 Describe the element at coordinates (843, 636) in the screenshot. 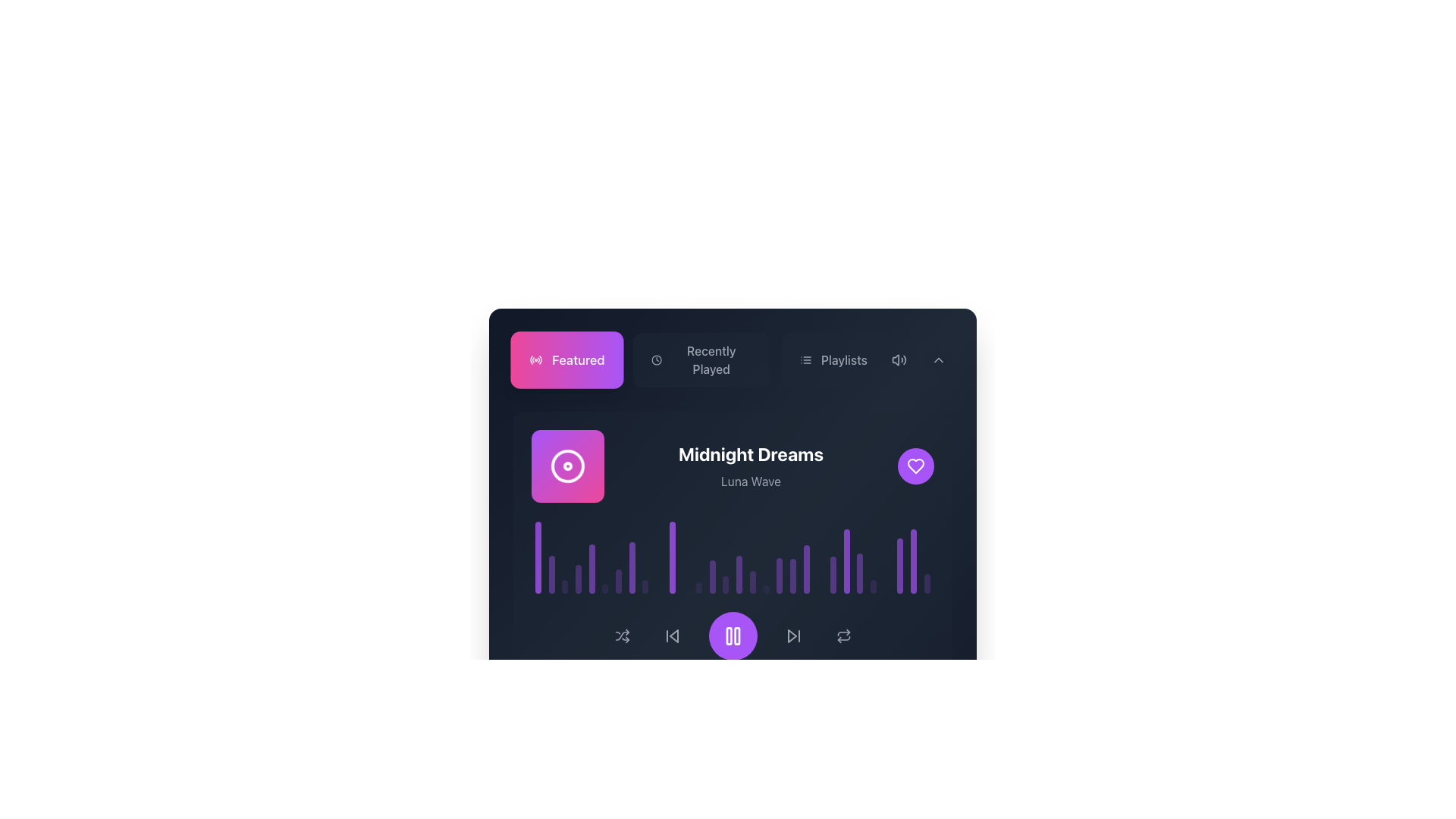

I see `the repeat/replay action button represented by two arrows forming a cycle, located in the bottom control bar` at that location.